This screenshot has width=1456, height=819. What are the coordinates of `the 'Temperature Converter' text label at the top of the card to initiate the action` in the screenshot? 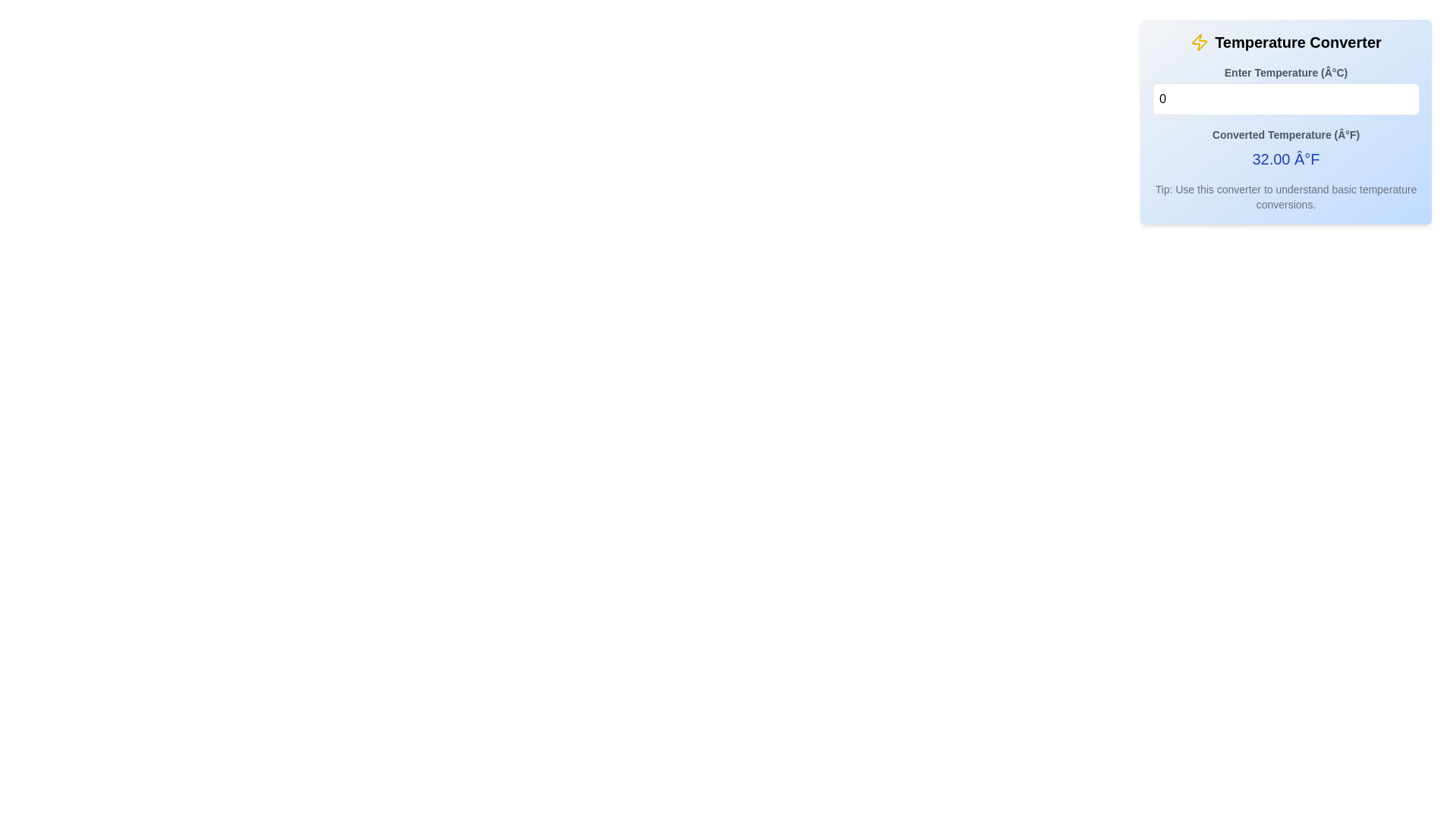 It's located at (1285, 42).